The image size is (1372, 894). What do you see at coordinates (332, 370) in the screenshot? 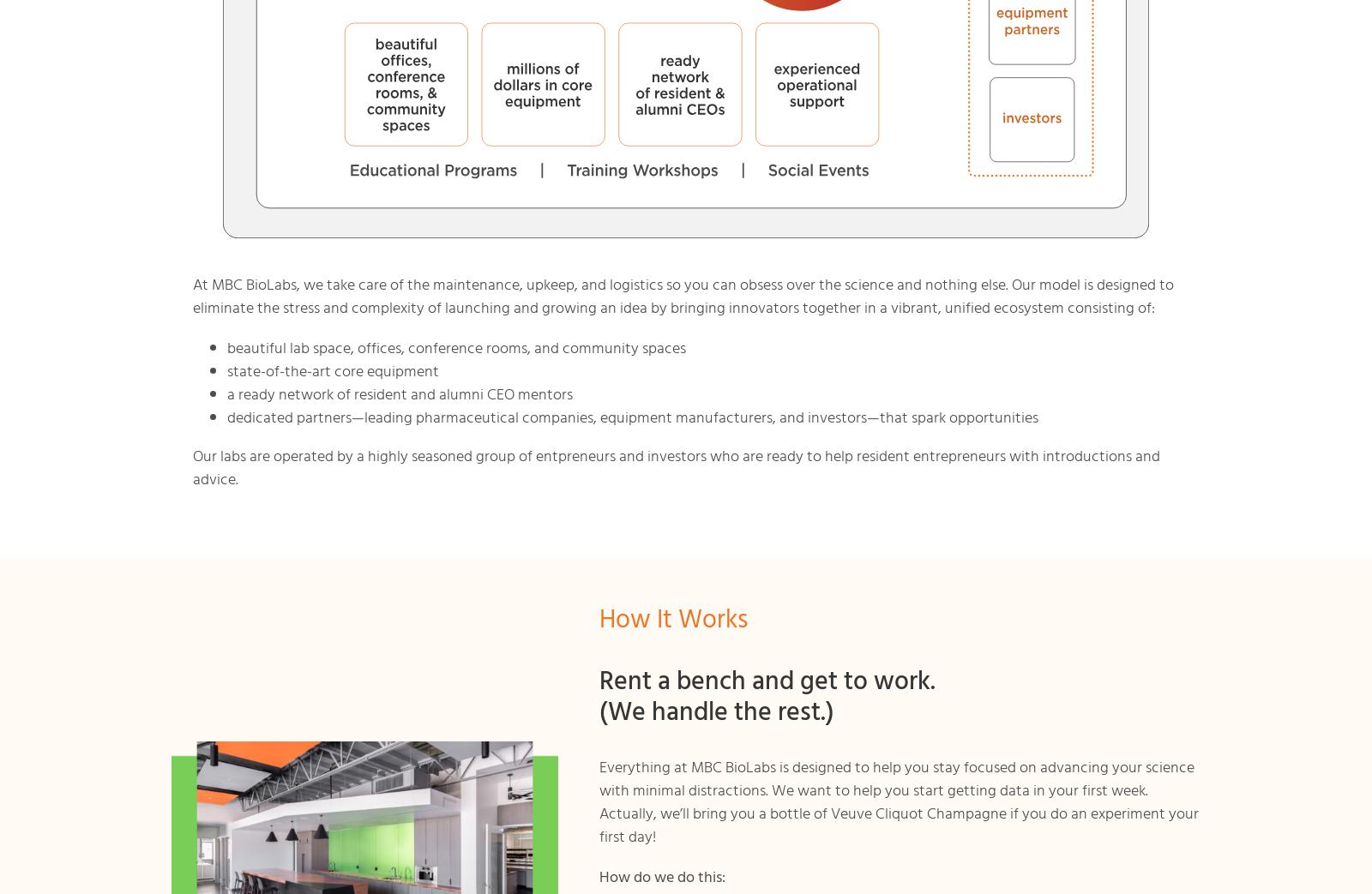
I see `'state-of-the-art core equipment'` at bounding box center [332, 370].